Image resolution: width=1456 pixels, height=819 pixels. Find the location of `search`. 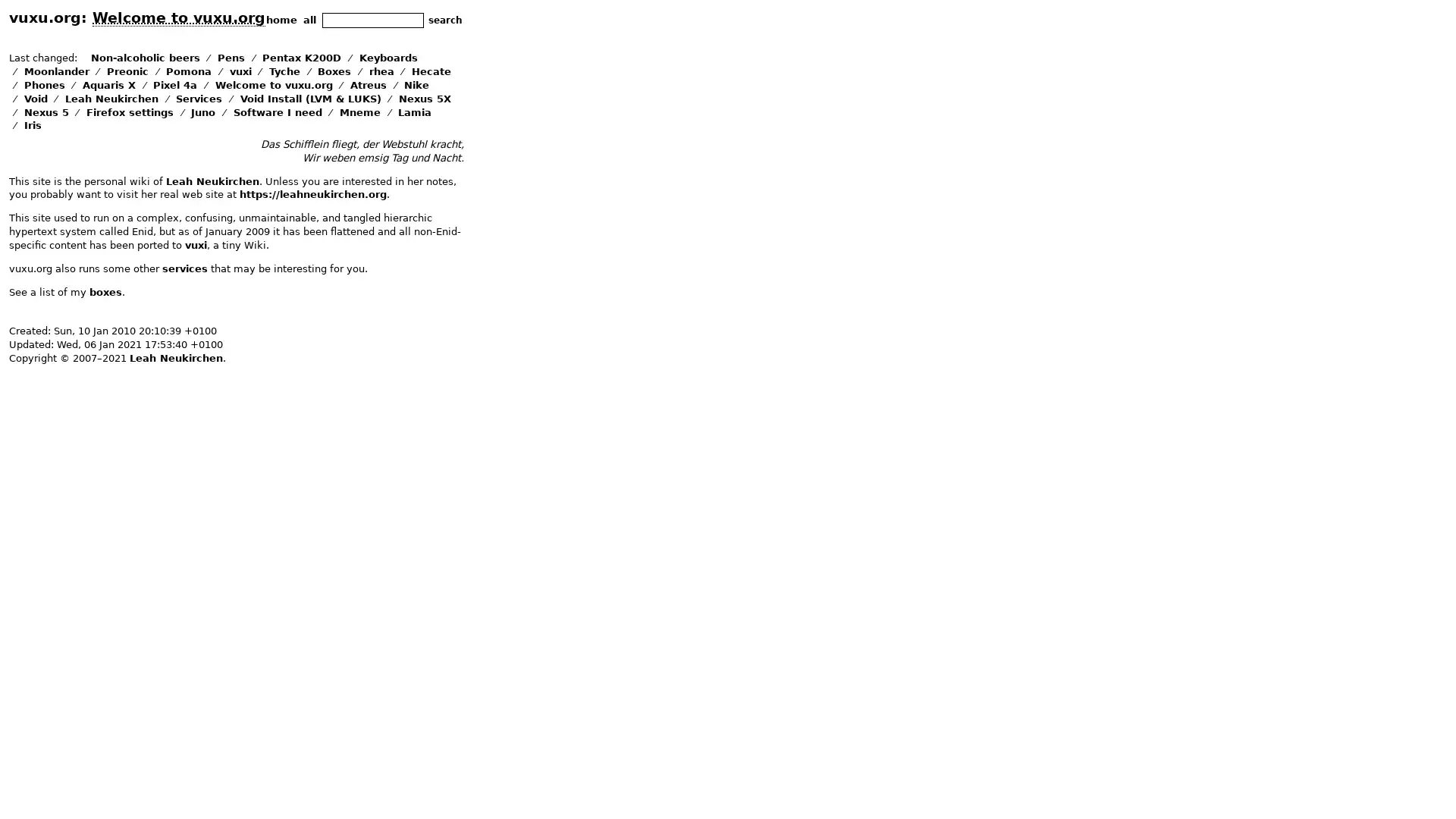

search is located at coordinates (444, 20).